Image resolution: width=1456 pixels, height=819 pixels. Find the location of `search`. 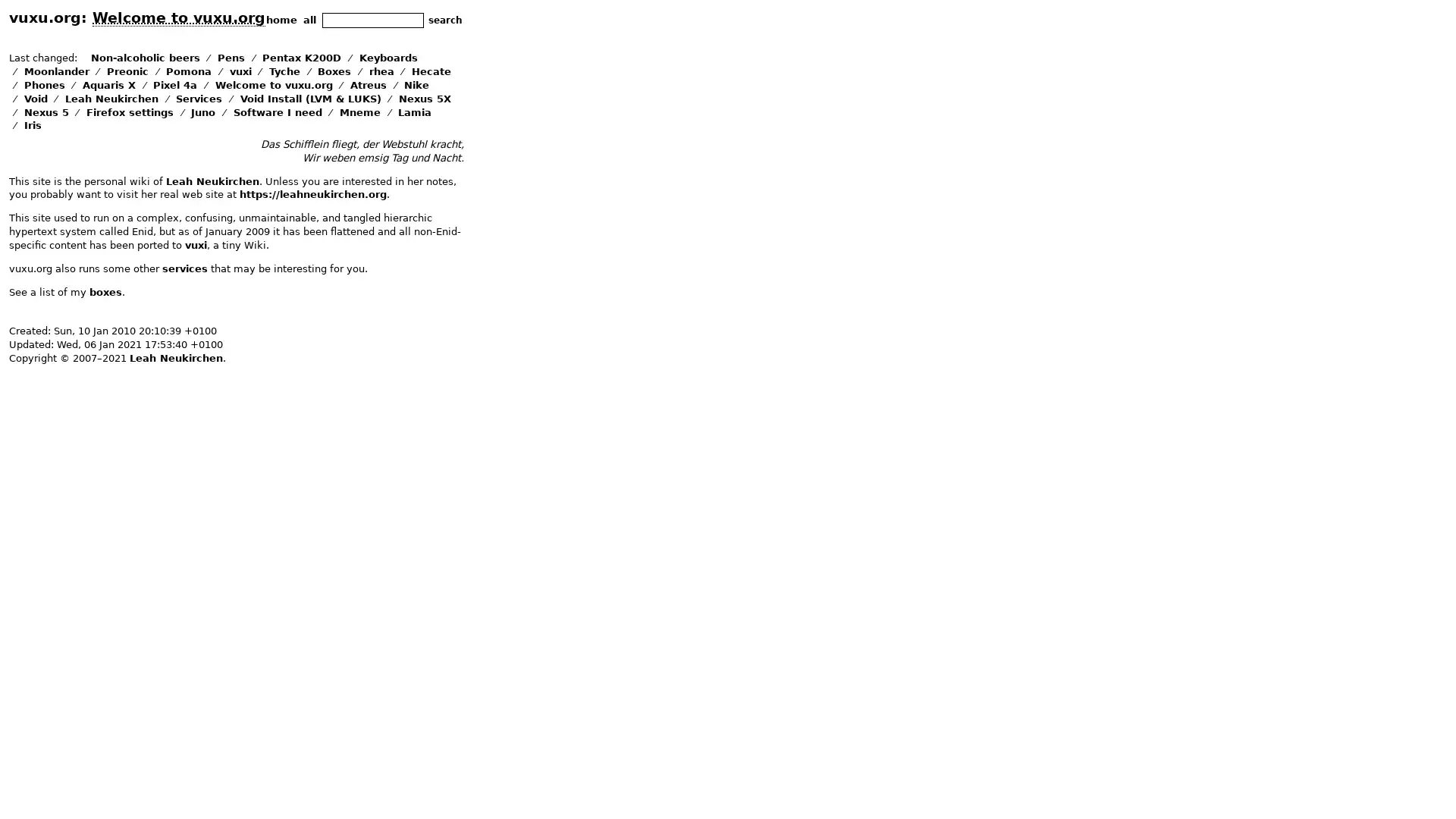

search is located at coordinates (444, 20).